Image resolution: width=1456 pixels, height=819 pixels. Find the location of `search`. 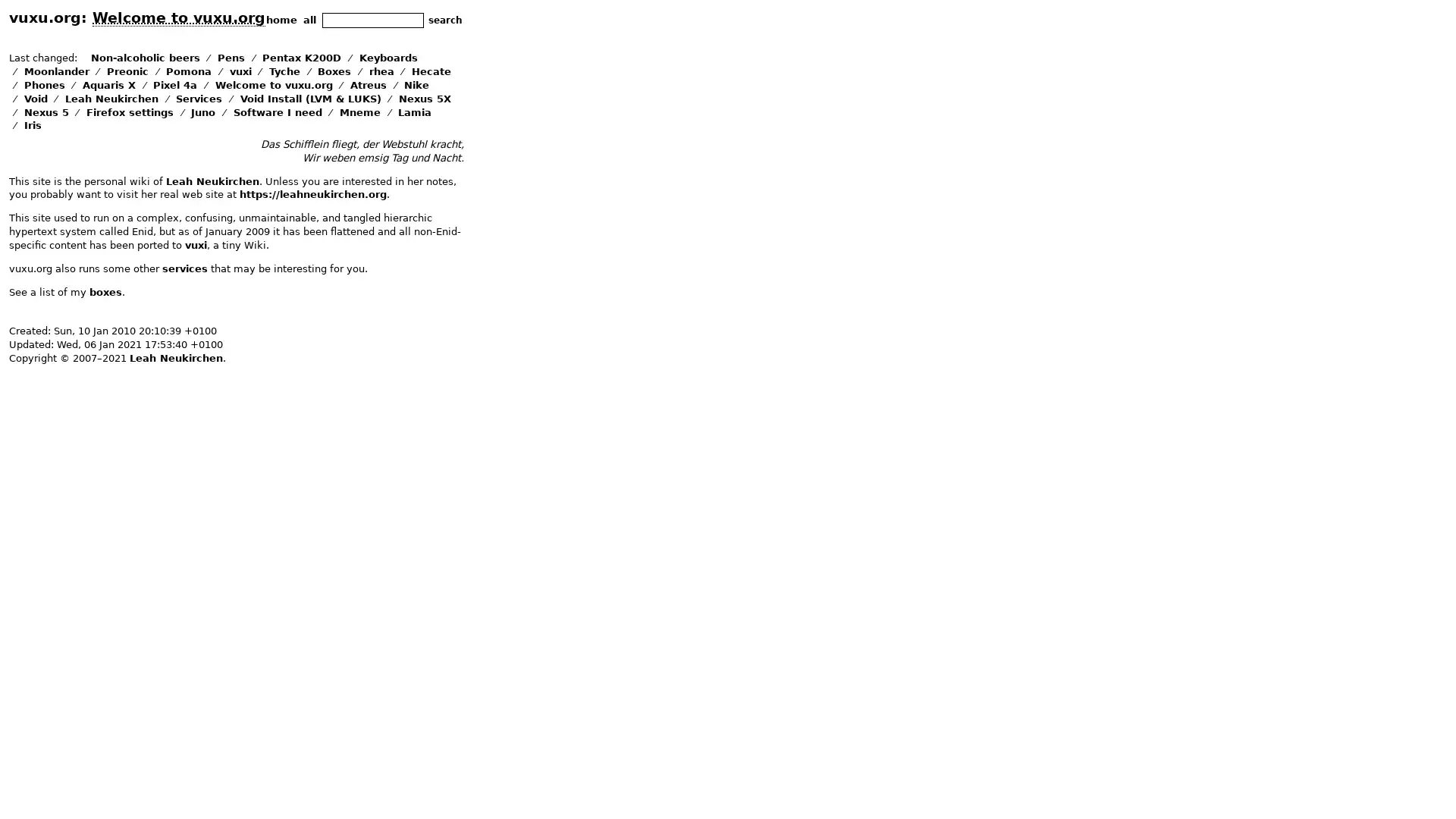

search is located at coordinates (444, 20).